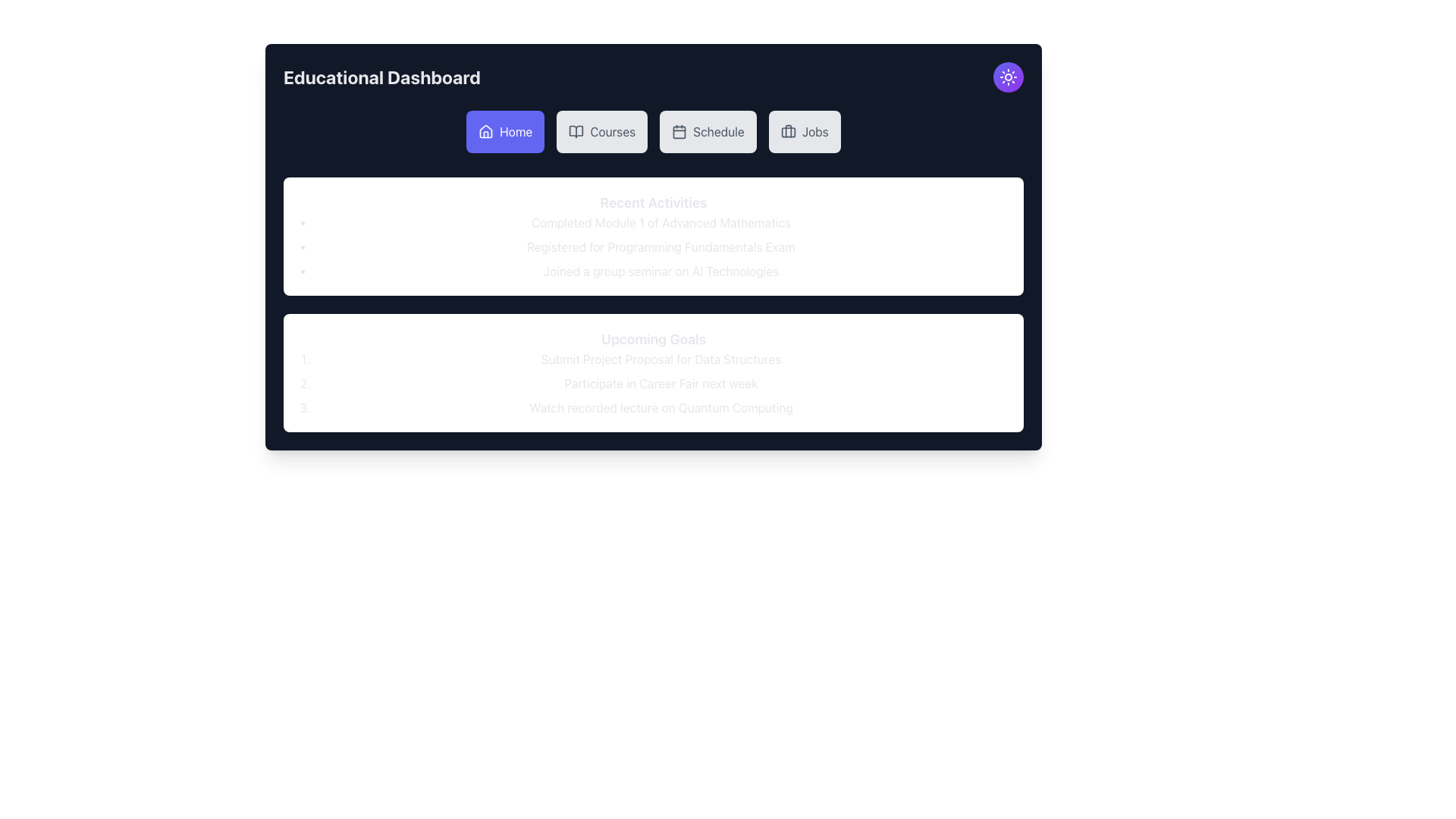  I want to click on the sun-shaped icon located in the top-right corner of the interface, which features a central circular shape and radiating lines against a gradient background, so click(1008, 77).